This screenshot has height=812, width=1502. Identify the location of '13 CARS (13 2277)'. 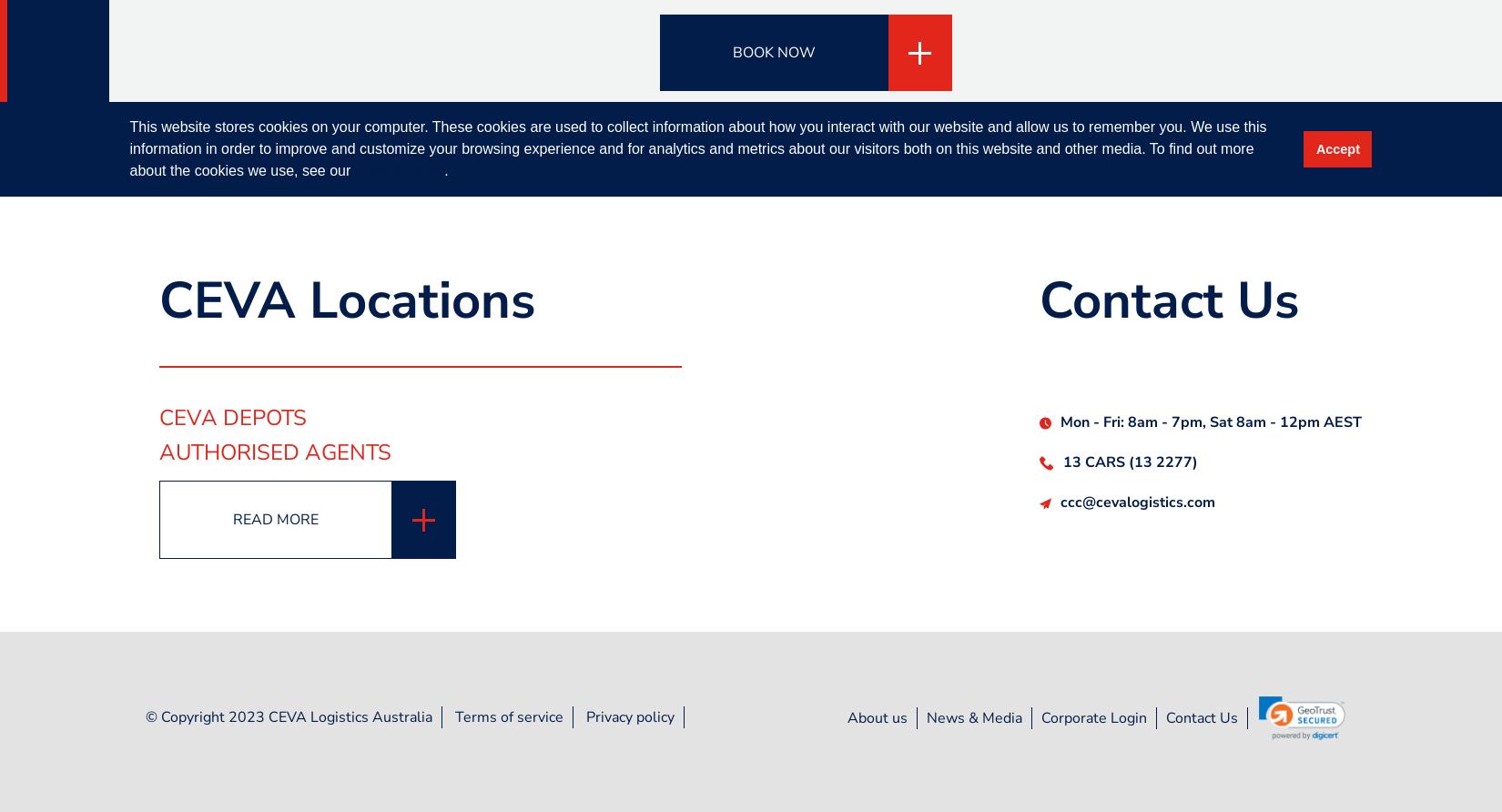
(1128, 462).